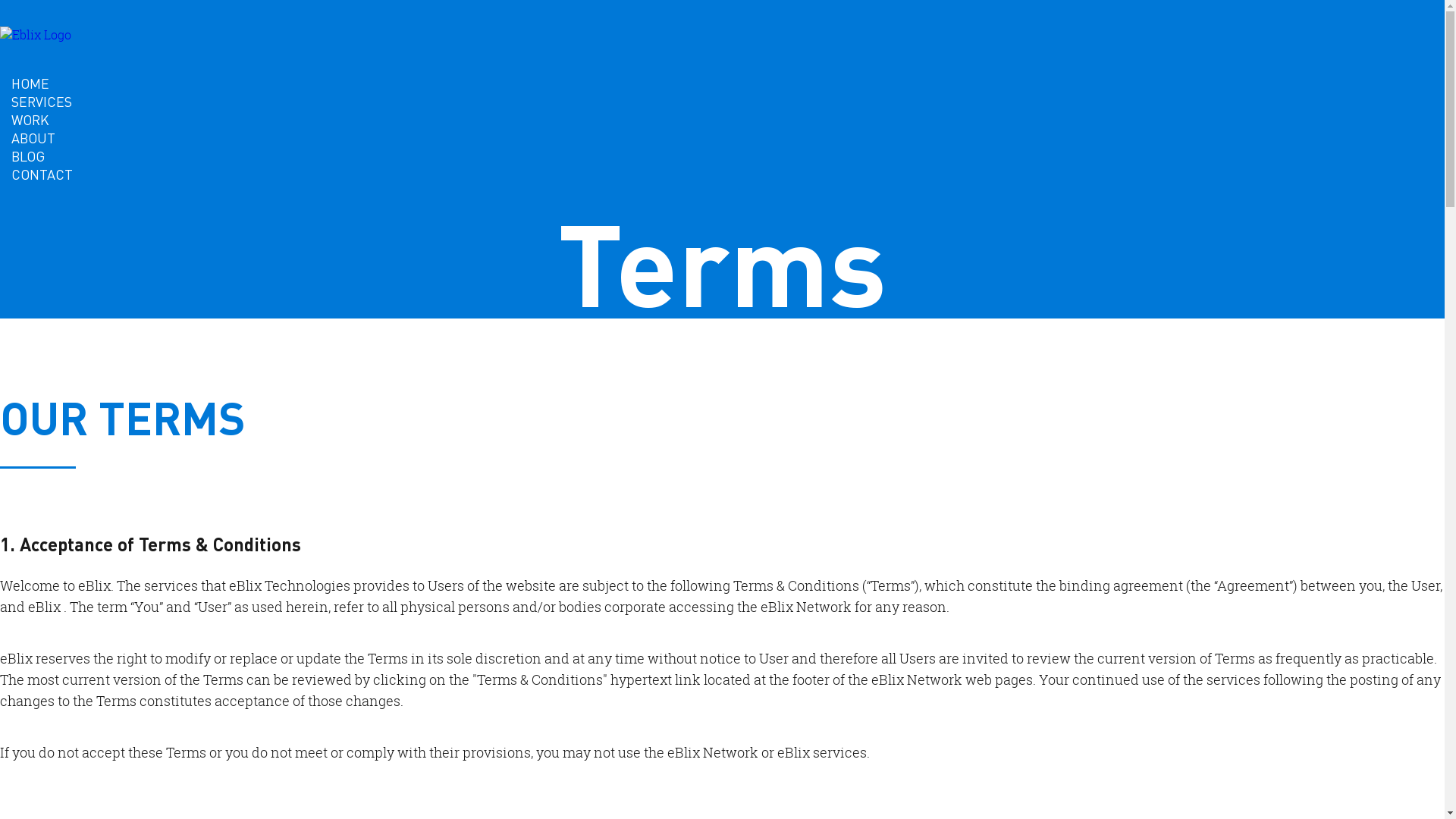 Image resolution: width=1456 pixels, height=819 pixels. I want to click on 'ABOUT', so click(33, 137).